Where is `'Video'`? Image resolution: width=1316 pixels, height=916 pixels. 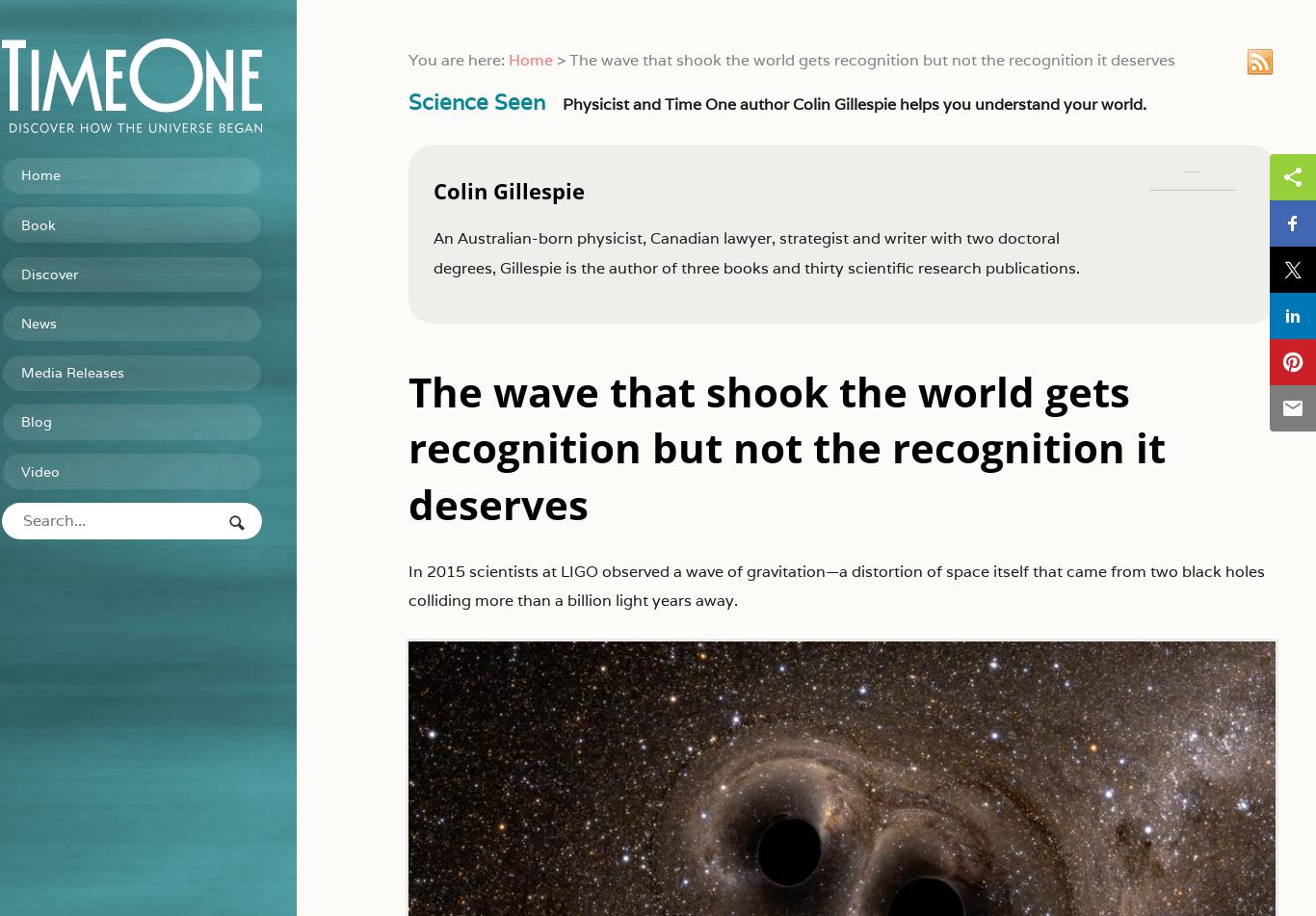
'Video' is located at coordinates (71, 460).